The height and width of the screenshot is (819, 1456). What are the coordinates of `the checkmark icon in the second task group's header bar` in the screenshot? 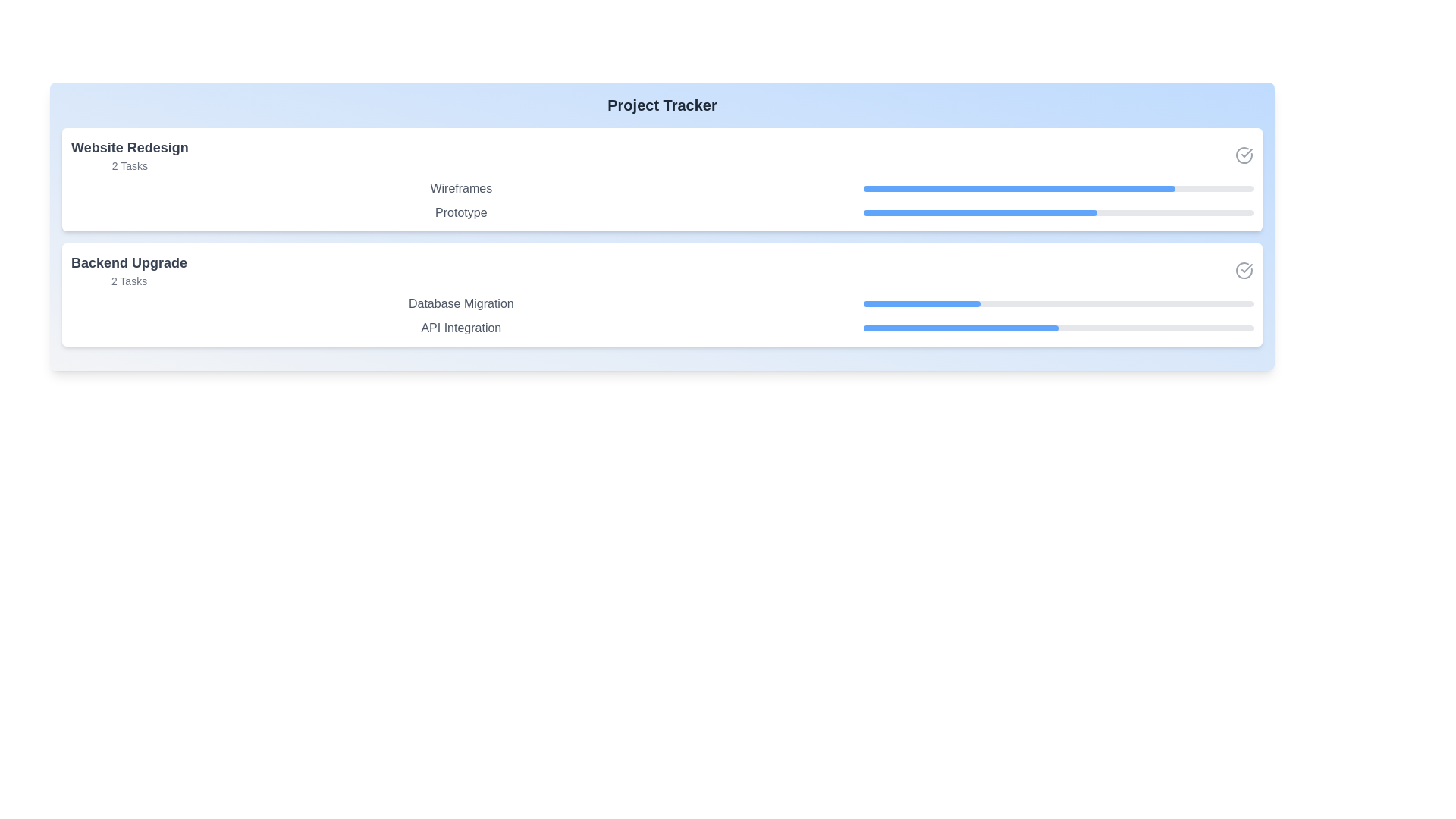 It's located at (1247, 268).